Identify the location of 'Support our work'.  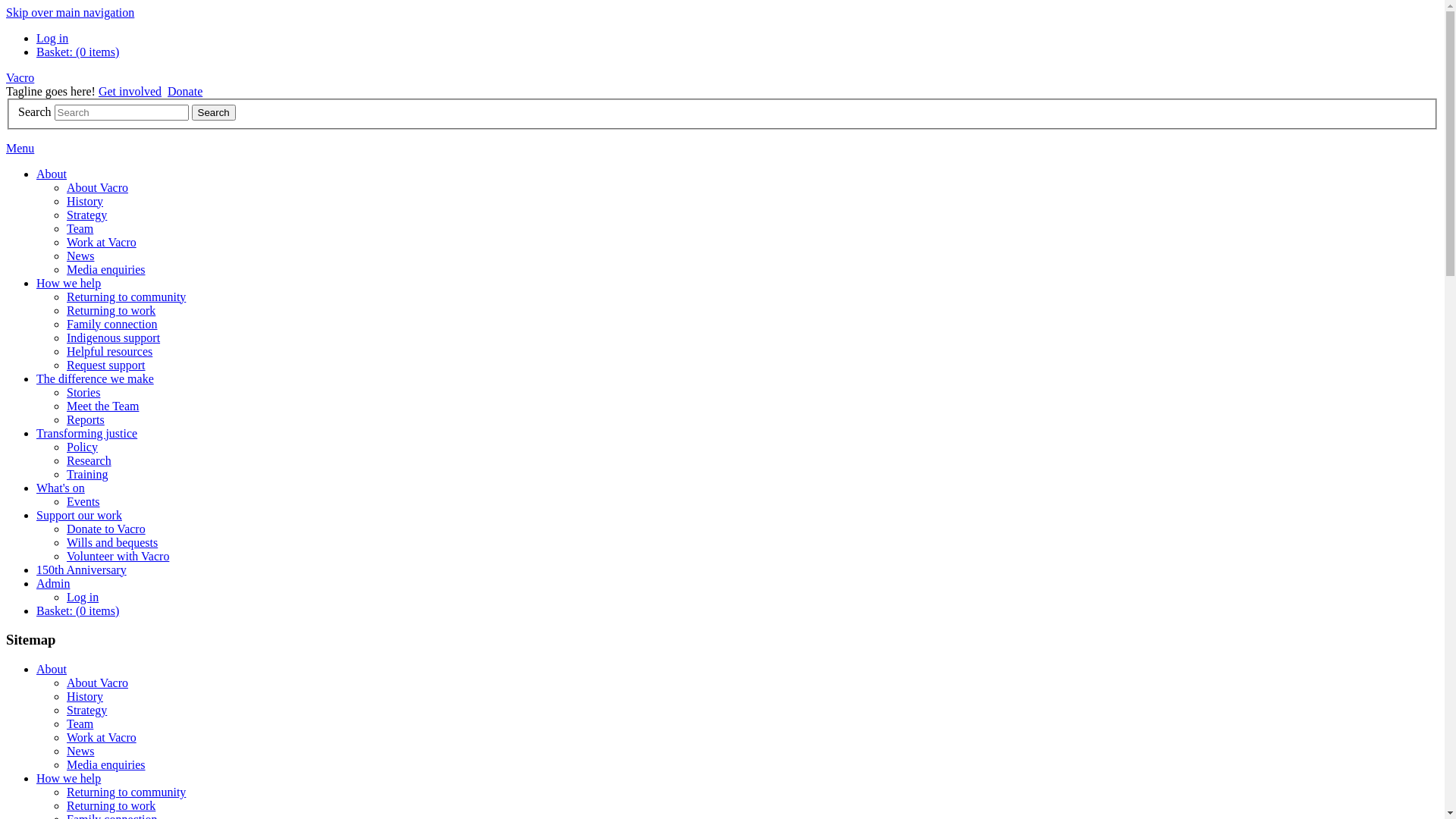
(78, 514).